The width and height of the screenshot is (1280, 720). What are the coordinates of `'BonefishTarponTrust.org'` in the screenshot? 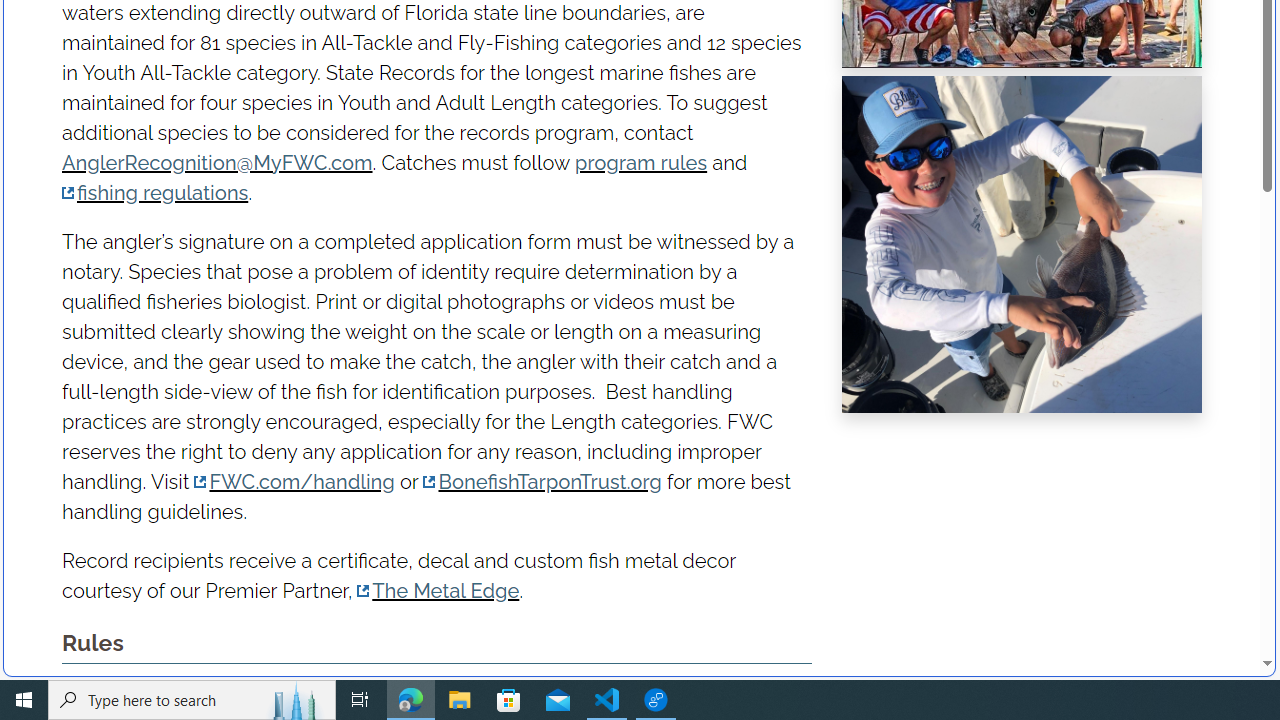 It's located at (542, 481).